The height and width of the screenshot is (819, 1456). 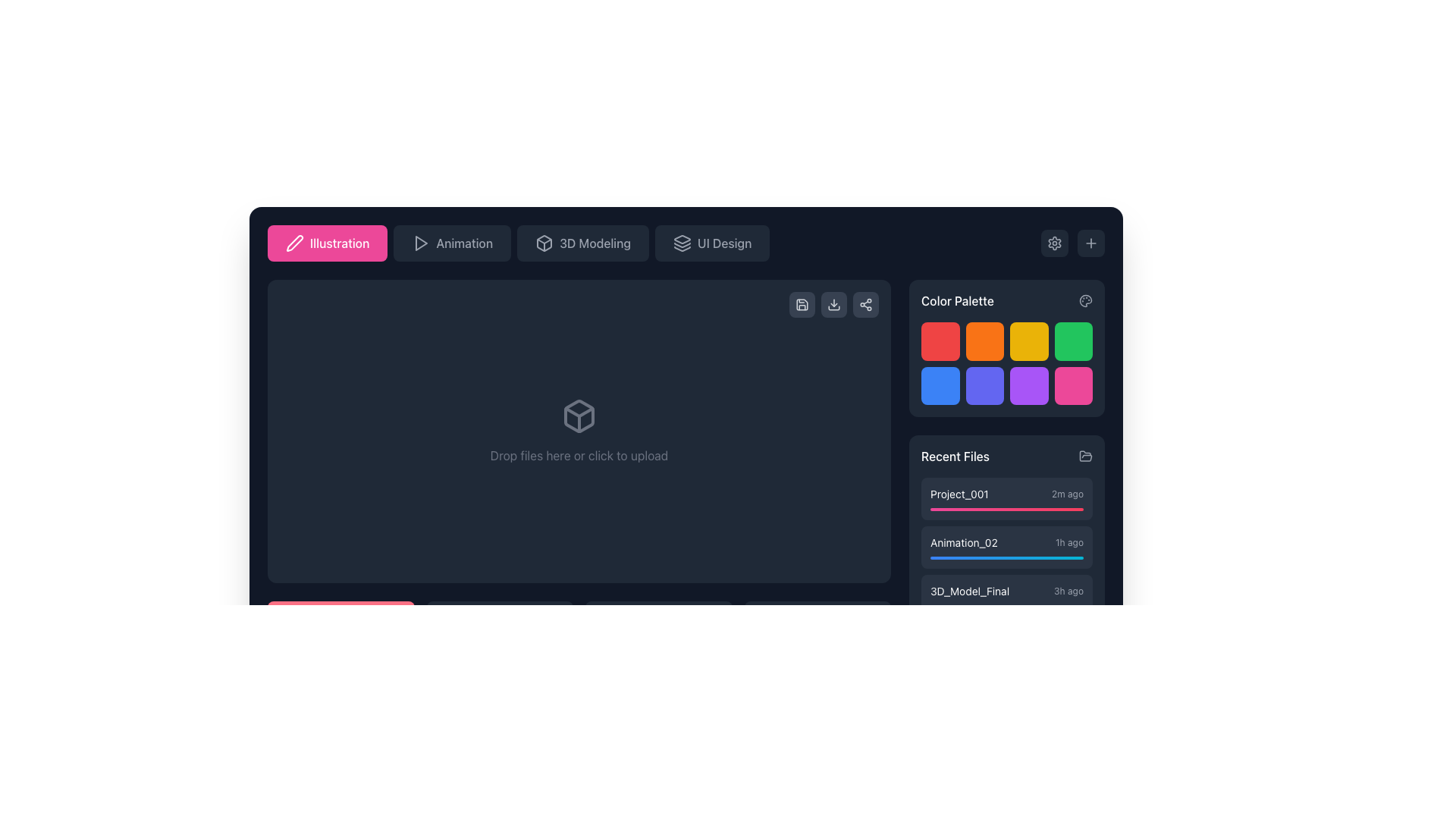 I want to click on the Progress bar associated with 'Project_001' located in the 'Recent Files' section on the right-hand side of the interface, so click(x=1007, y=509).